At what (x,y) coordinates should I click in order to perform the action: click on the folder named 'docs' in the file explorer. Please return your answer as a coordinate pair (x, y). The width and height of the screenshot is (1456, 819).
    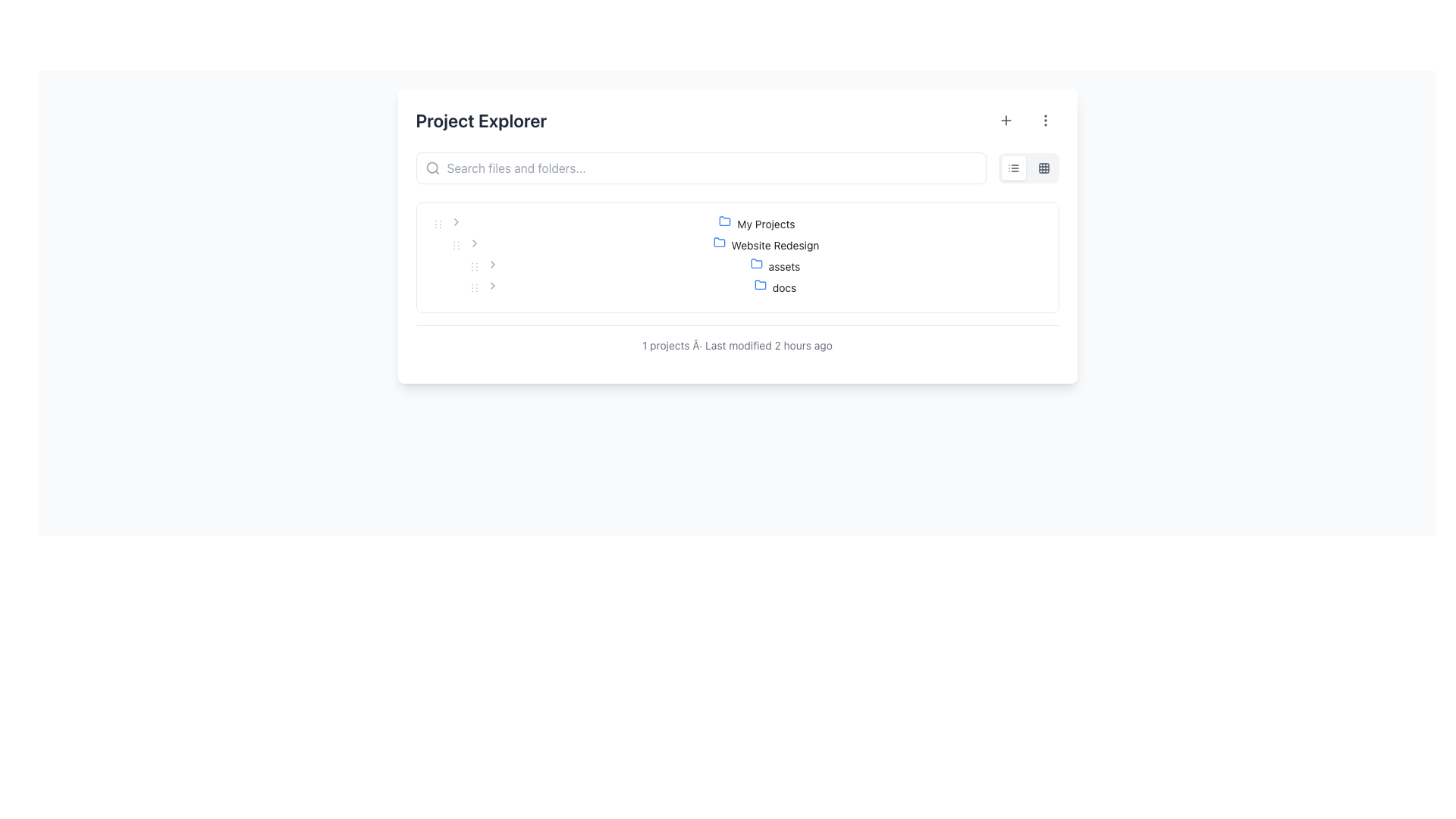
    Looking at the image, I should click on (775, 288).